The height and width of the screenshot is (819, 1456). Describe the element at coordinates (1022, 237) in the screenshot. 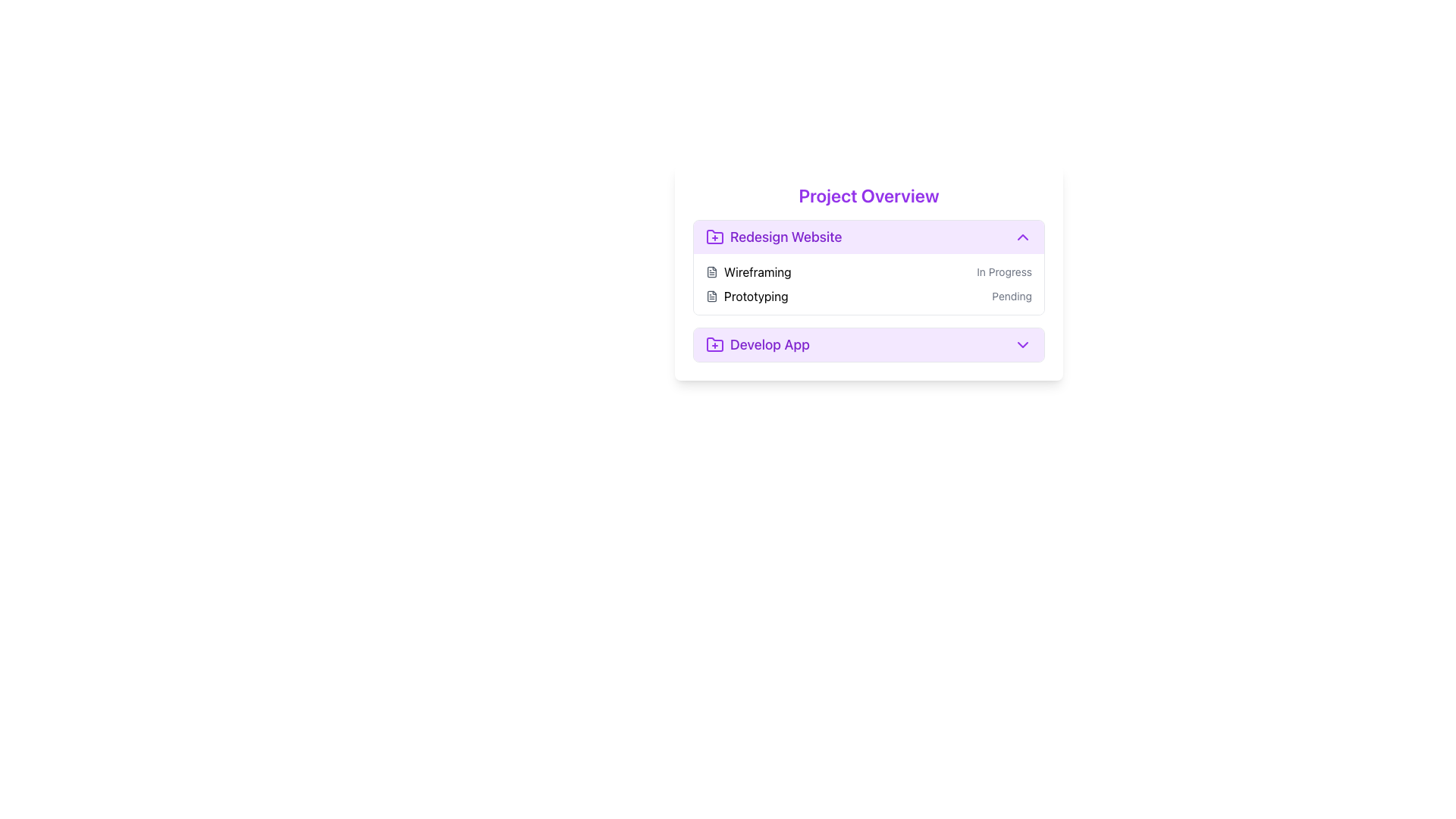

I see `the purple upward-pointing chevron icon located at the top-right corner of the 'Redesign Website' section header` at that location.